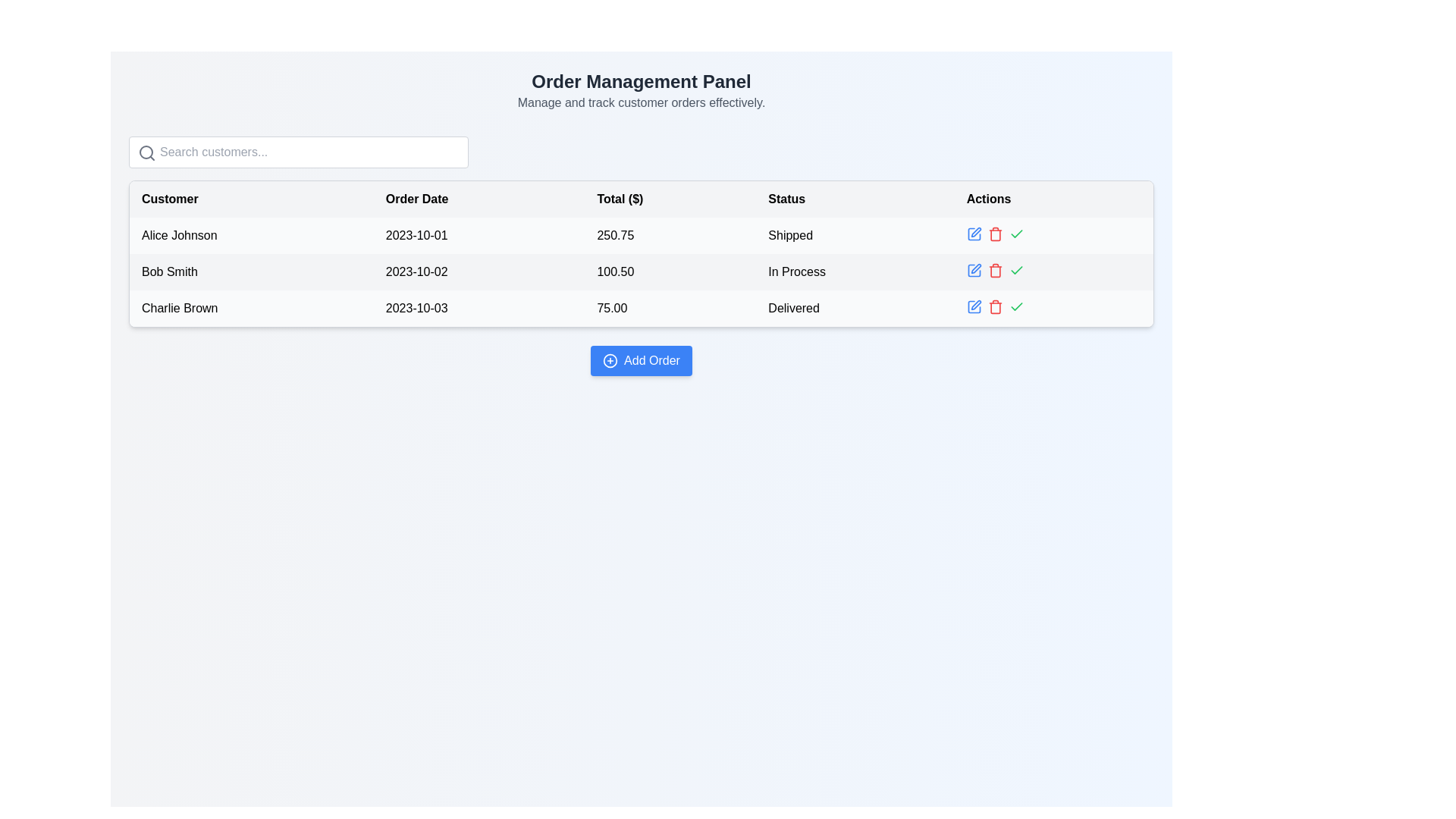 The height and width of the screenshot is (819, 1456). Describe the element at coordinates (1016, 270) in the screenshot. I see `the green checkmark icon button in the third row under the 'Actions' column of the table to confirm an action` at that location.